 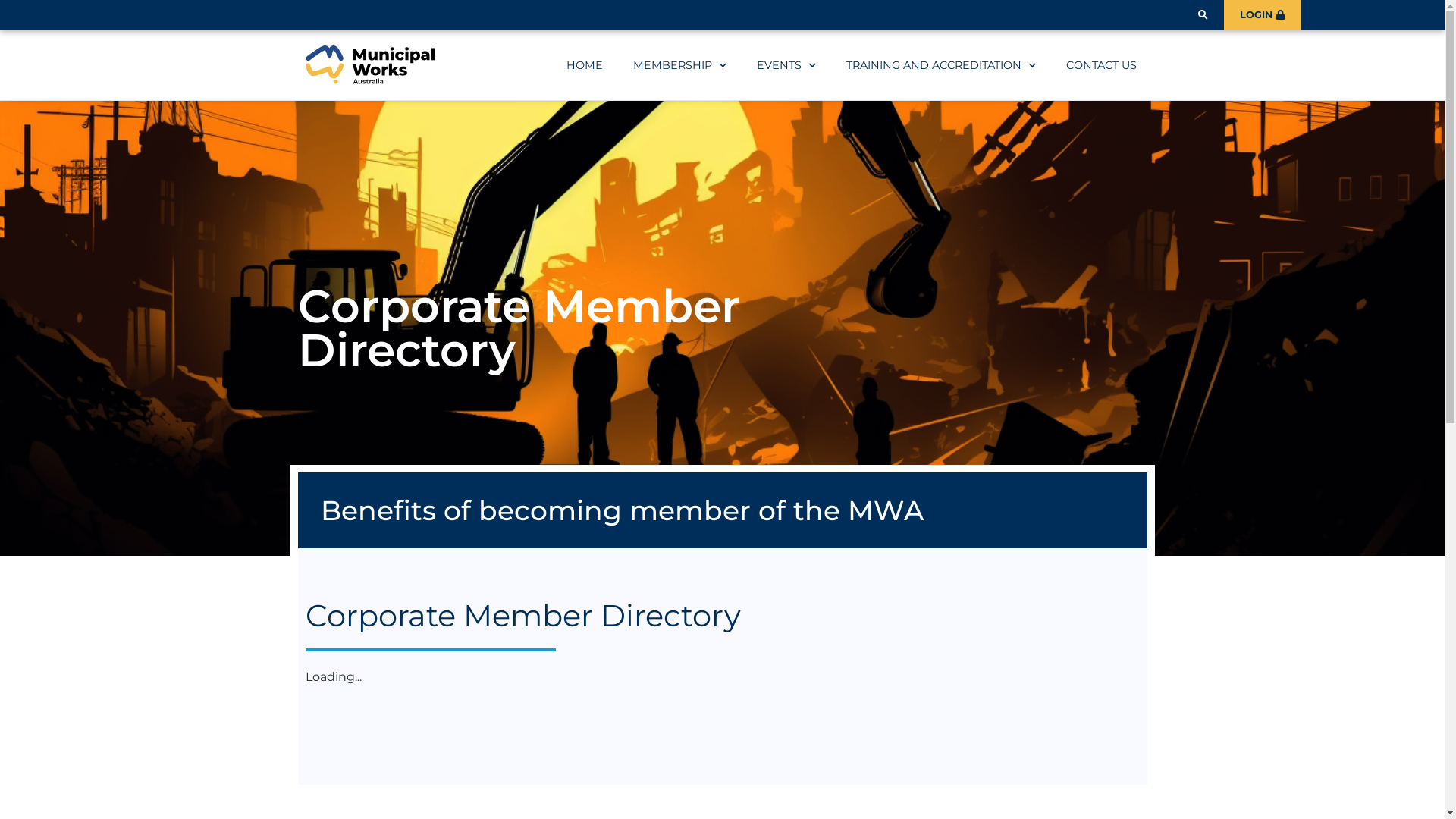 I want to click on 'HOME', so click(x=584, y=64).